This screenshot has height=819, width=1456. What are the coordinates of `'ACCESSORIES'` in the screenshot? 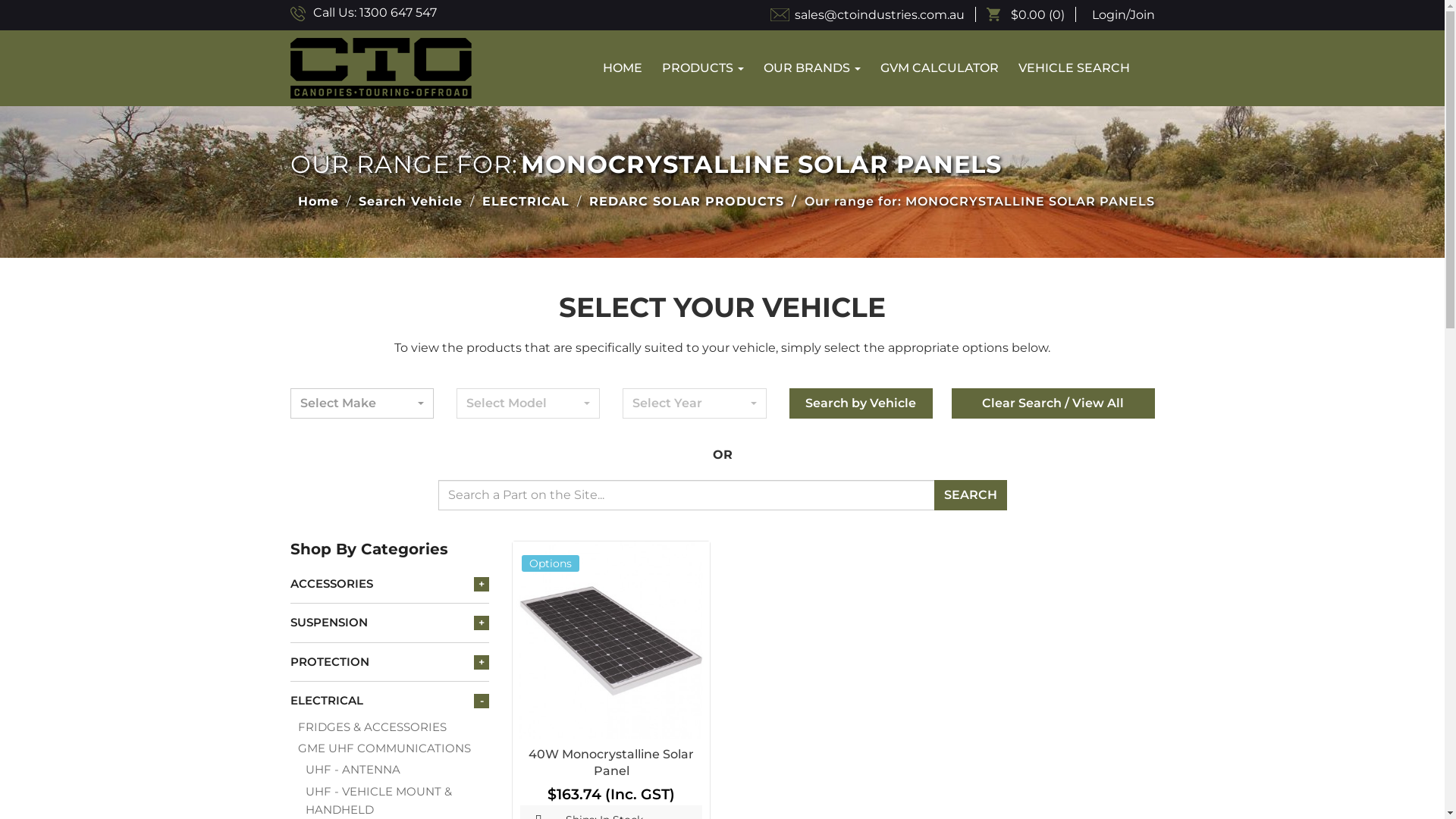 It's located at (290, 583).